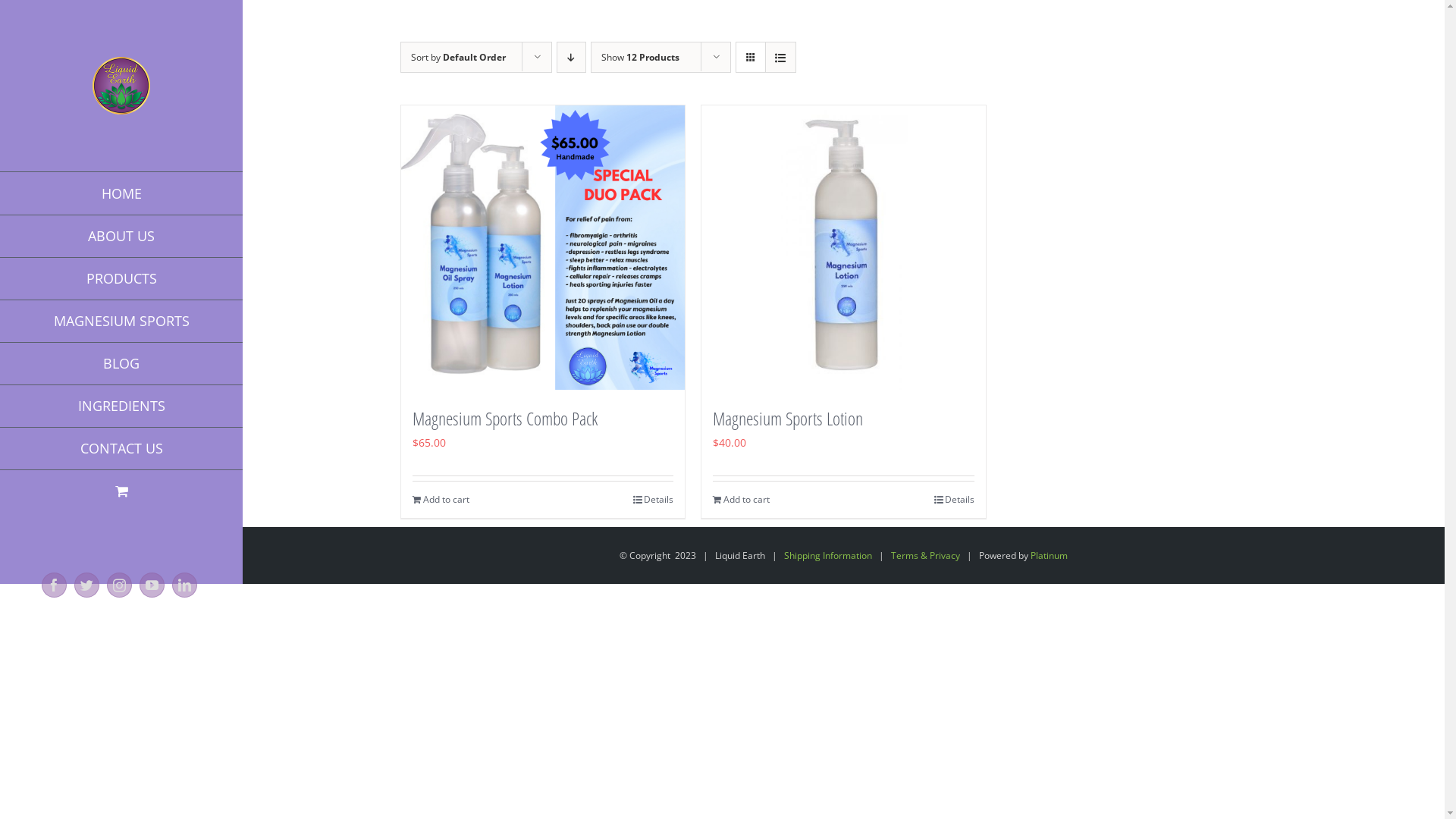  I want to click on 'Platinum', so click(1048, 555).